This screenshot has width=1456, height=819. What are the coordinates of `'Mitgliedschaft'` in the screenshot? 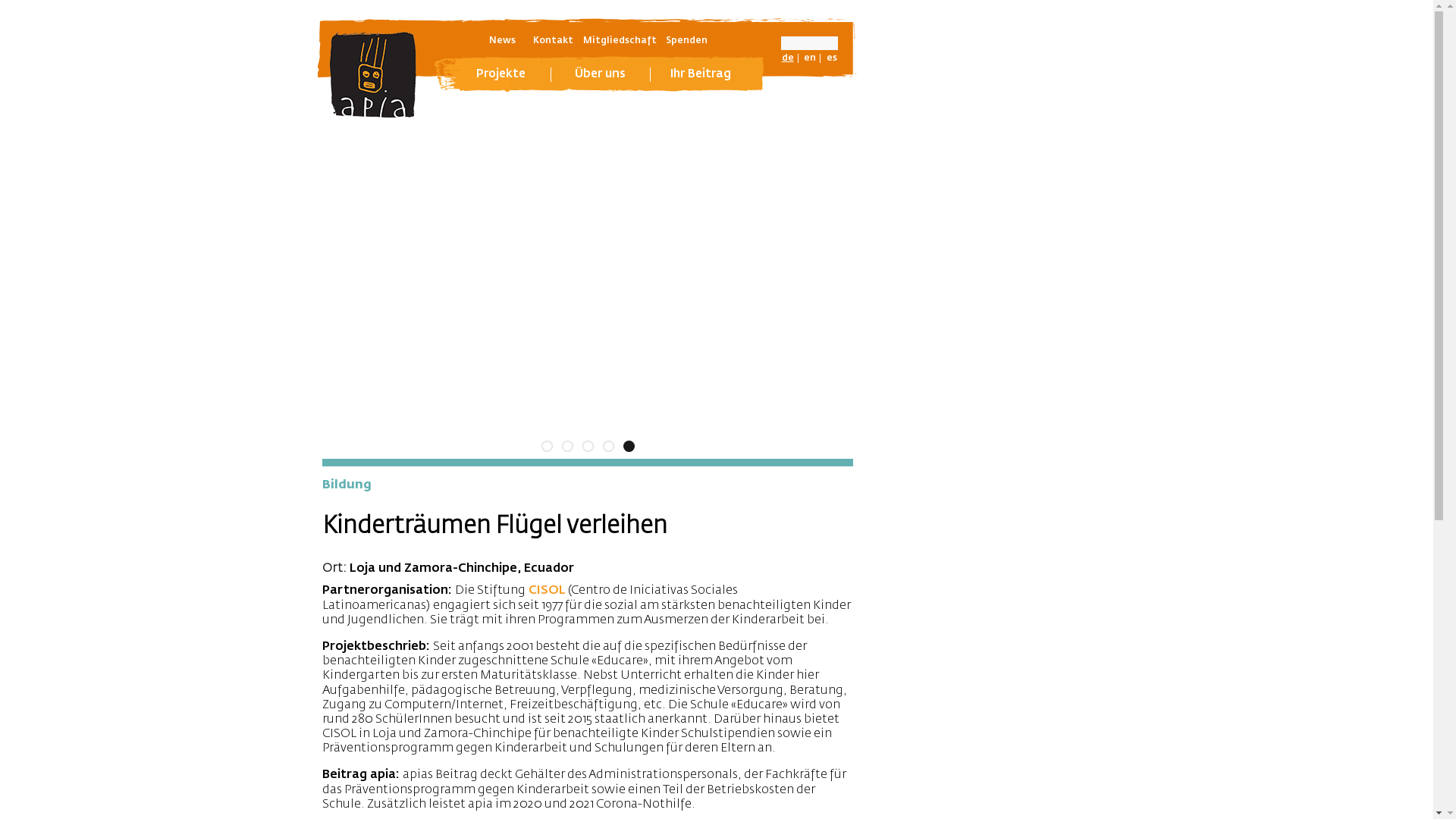 It's located at (619, 40).